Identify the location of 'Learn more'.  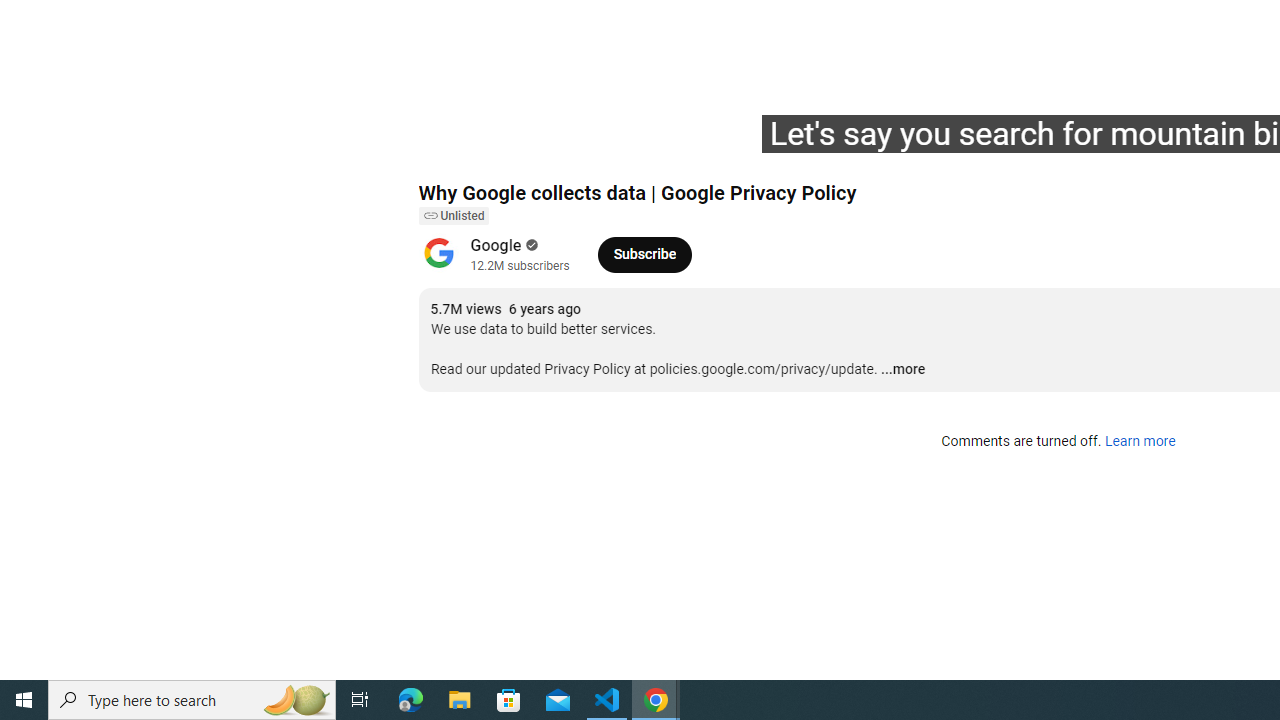
(1139, 441).